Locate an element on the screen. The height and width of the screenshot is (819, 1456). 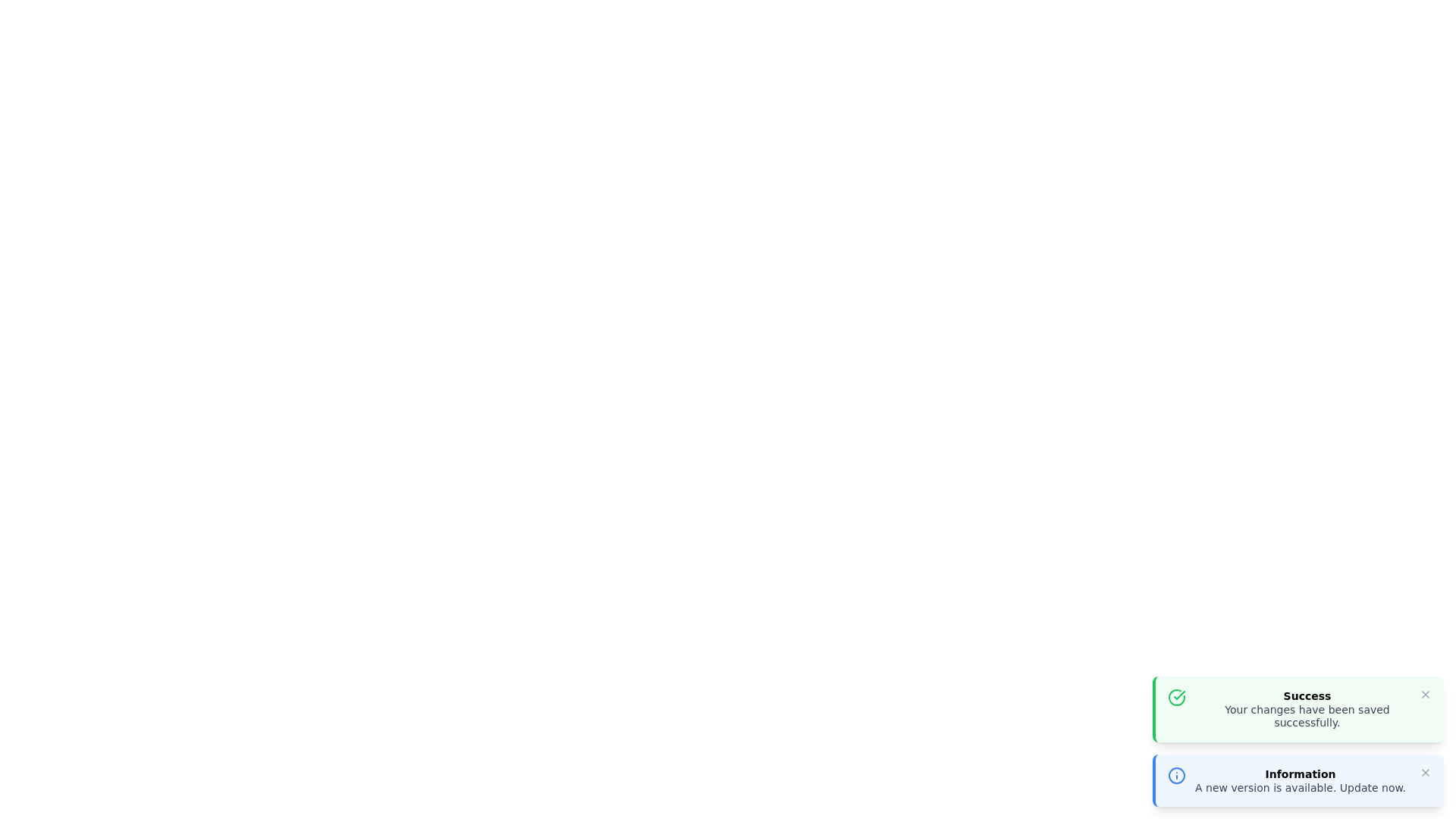
the notification container to explore hover effects is located at coordinates (1298, 708).